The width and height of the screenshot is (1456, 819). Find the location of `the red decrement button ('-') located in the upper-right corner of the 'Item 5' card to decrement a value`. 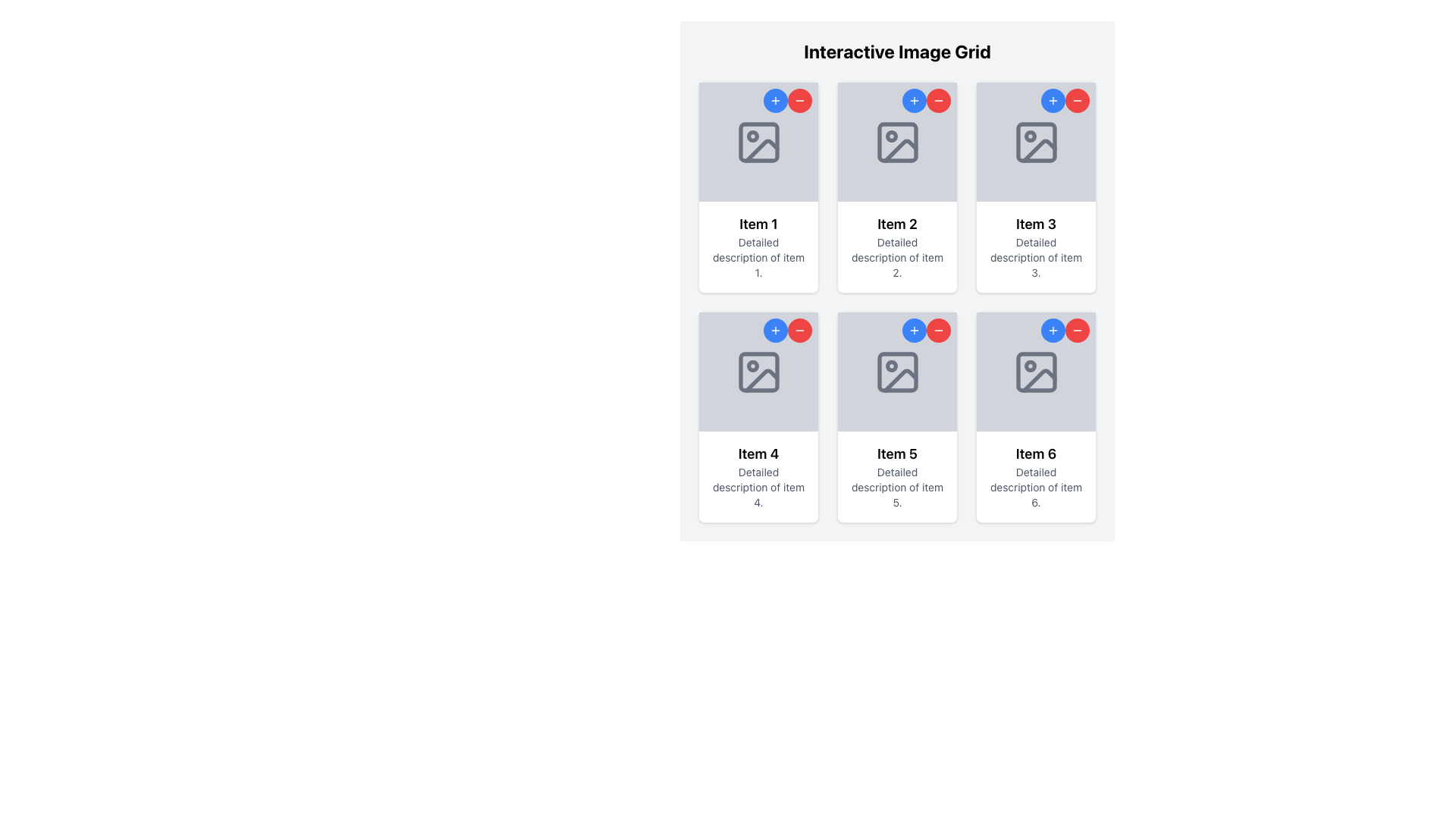

the red decrement button ('-') located in the upper-right corner of the 'Item 5' card to decrement a value is located at coordinates (926, 329).